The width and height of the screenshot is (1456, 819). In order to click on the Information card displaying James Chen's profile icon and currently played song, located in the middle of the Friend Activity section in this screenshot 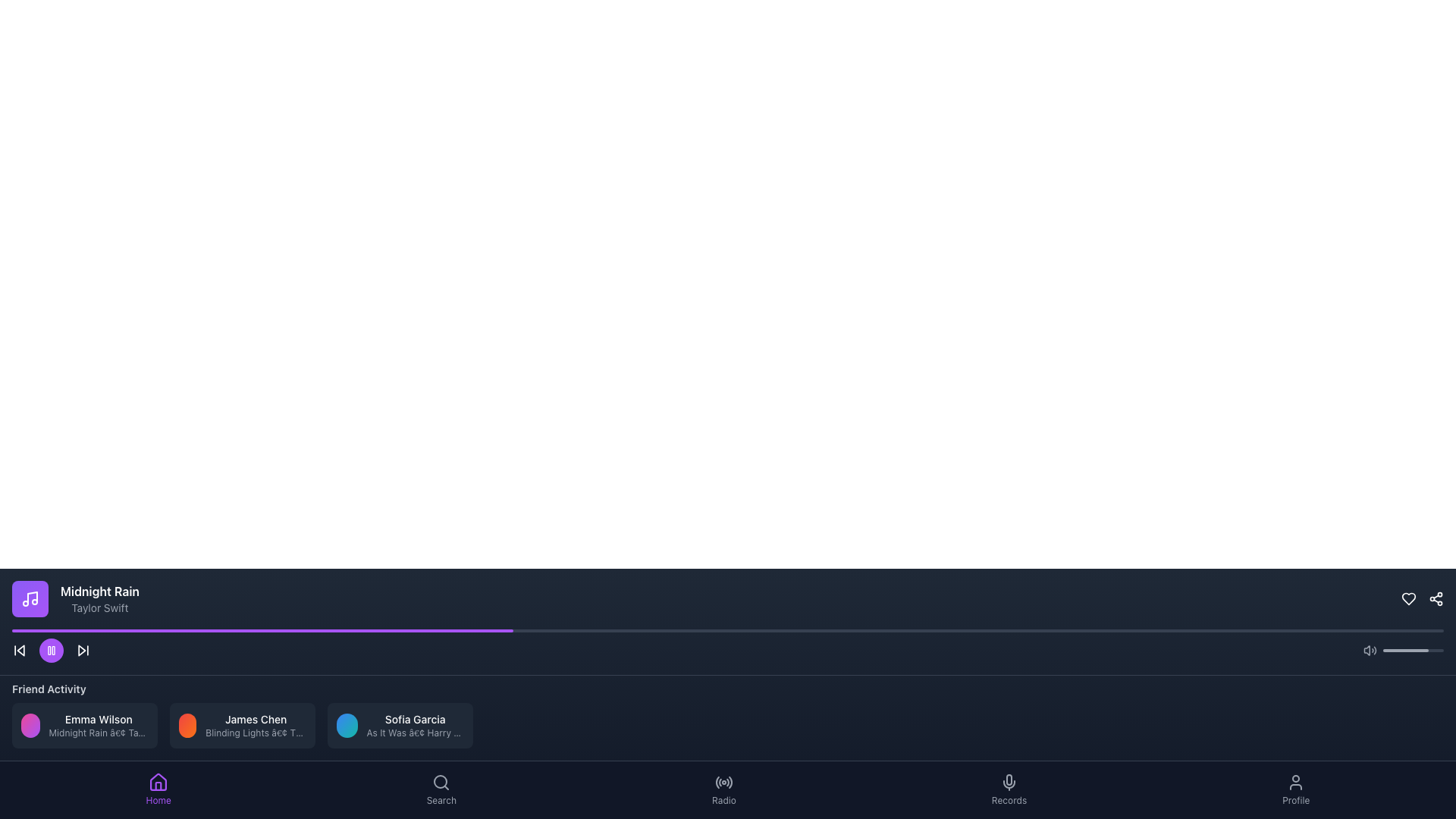, I will do `click(243, 724)`.